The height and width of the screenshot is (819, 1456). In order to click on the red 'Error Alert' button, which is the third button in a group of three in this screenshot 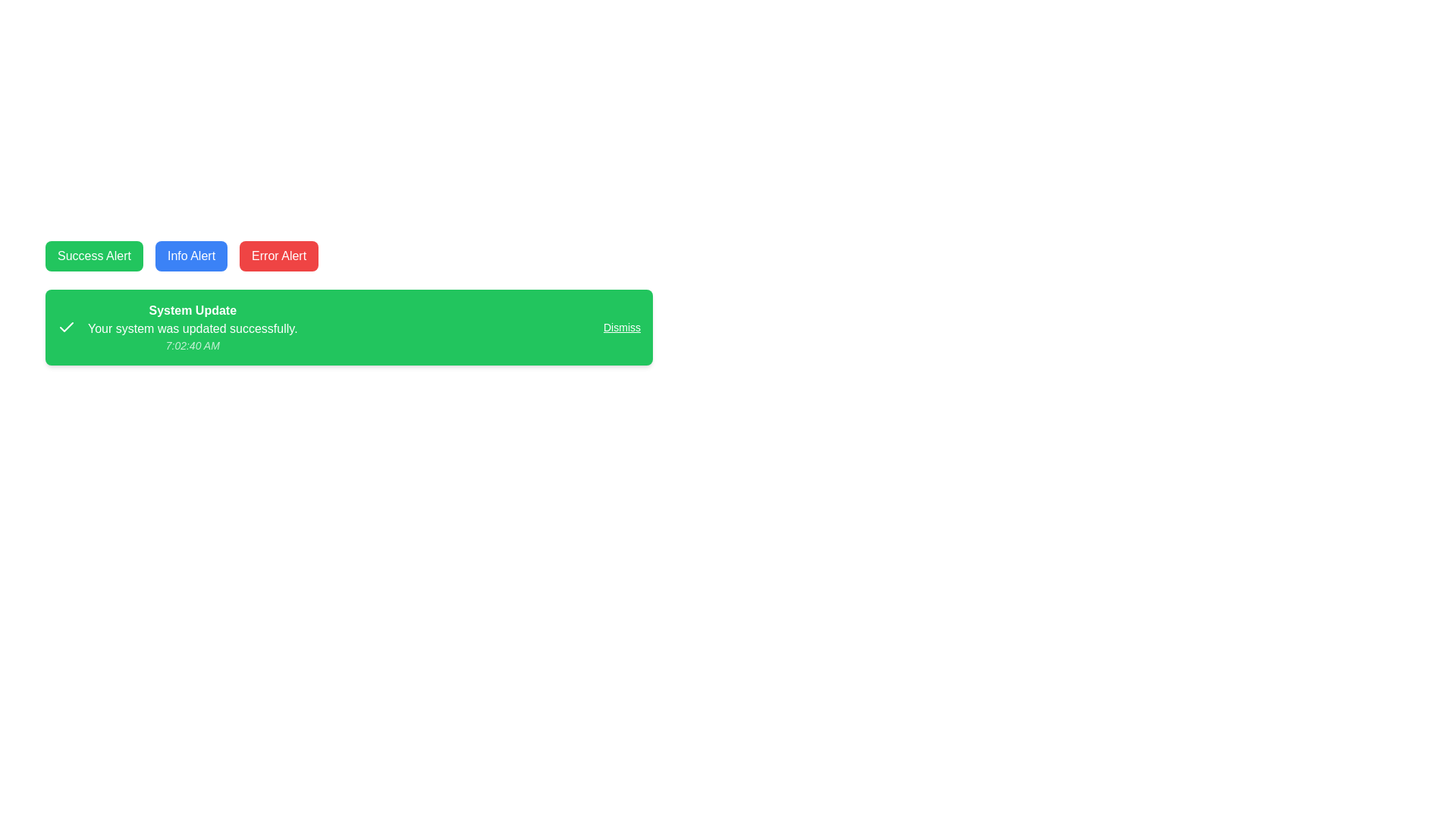, I will do `click(279, 256)`.